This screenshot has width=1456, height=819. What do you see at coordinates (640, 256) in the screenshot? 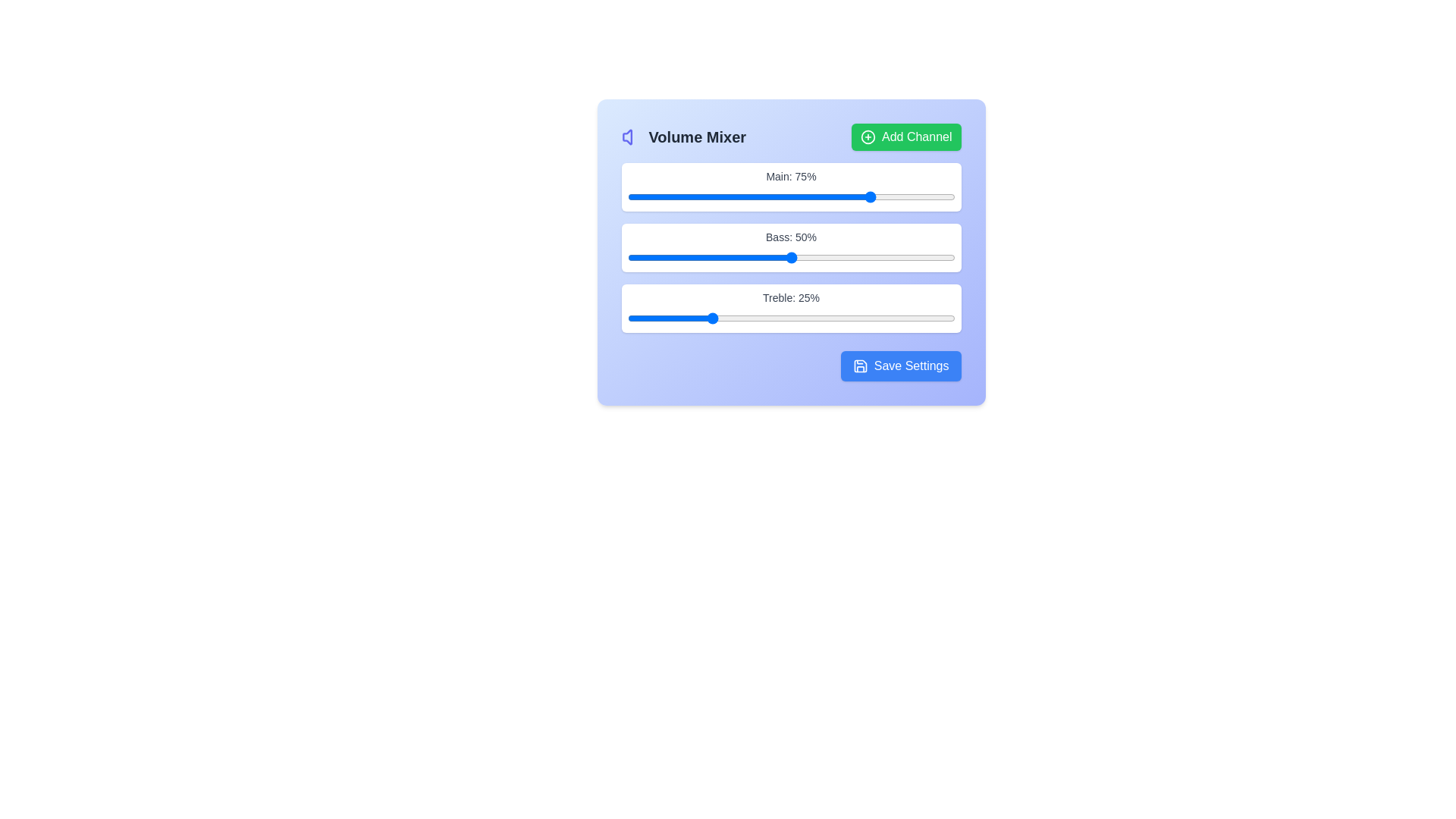
I see `the bass level` at bounding box center [640, 256].